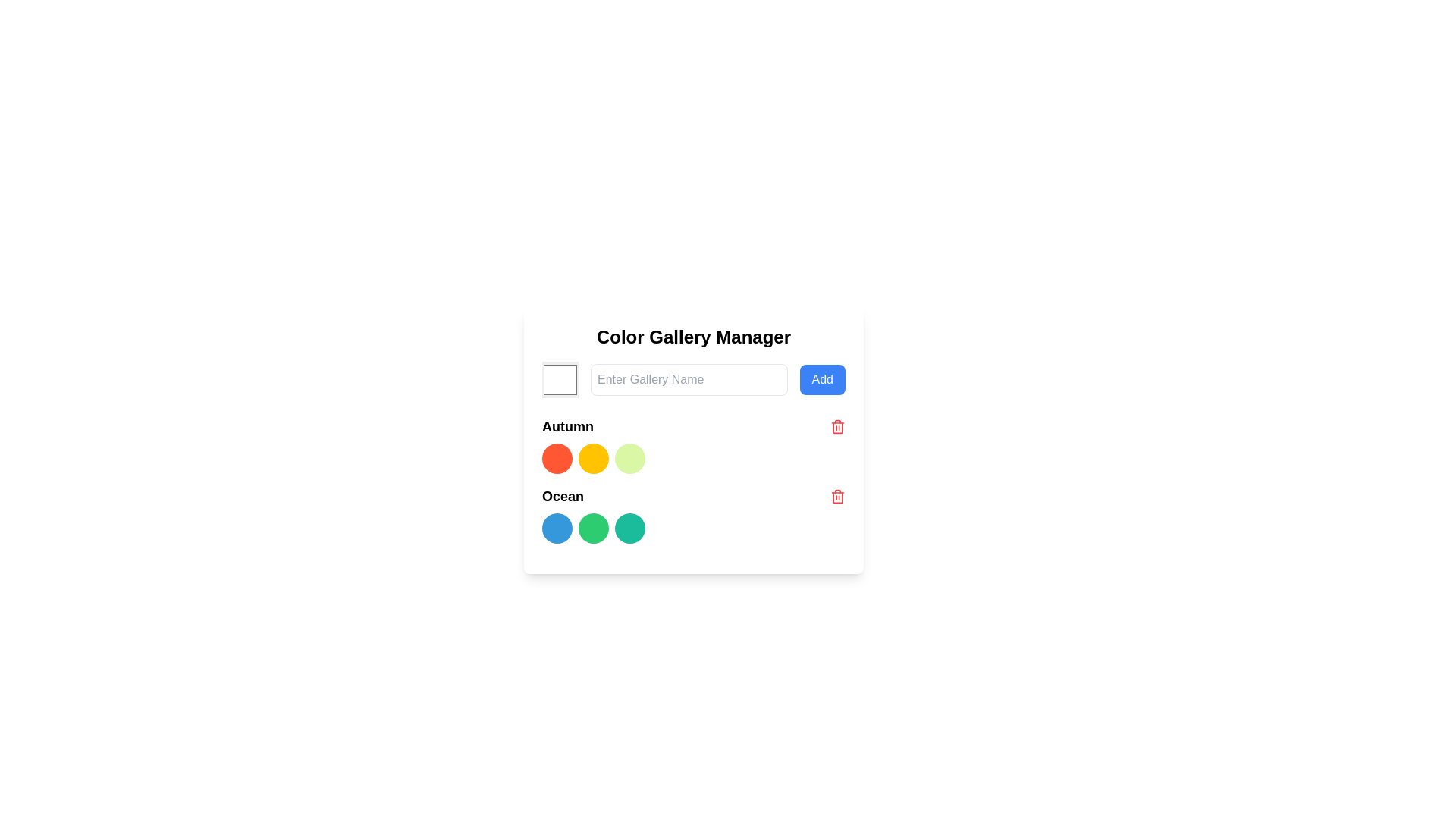  I want to click on the circular button with a teal background located in the second row of the color group labeled 'Ocean,' specifically the third circular element from the left, so click(629, 528).